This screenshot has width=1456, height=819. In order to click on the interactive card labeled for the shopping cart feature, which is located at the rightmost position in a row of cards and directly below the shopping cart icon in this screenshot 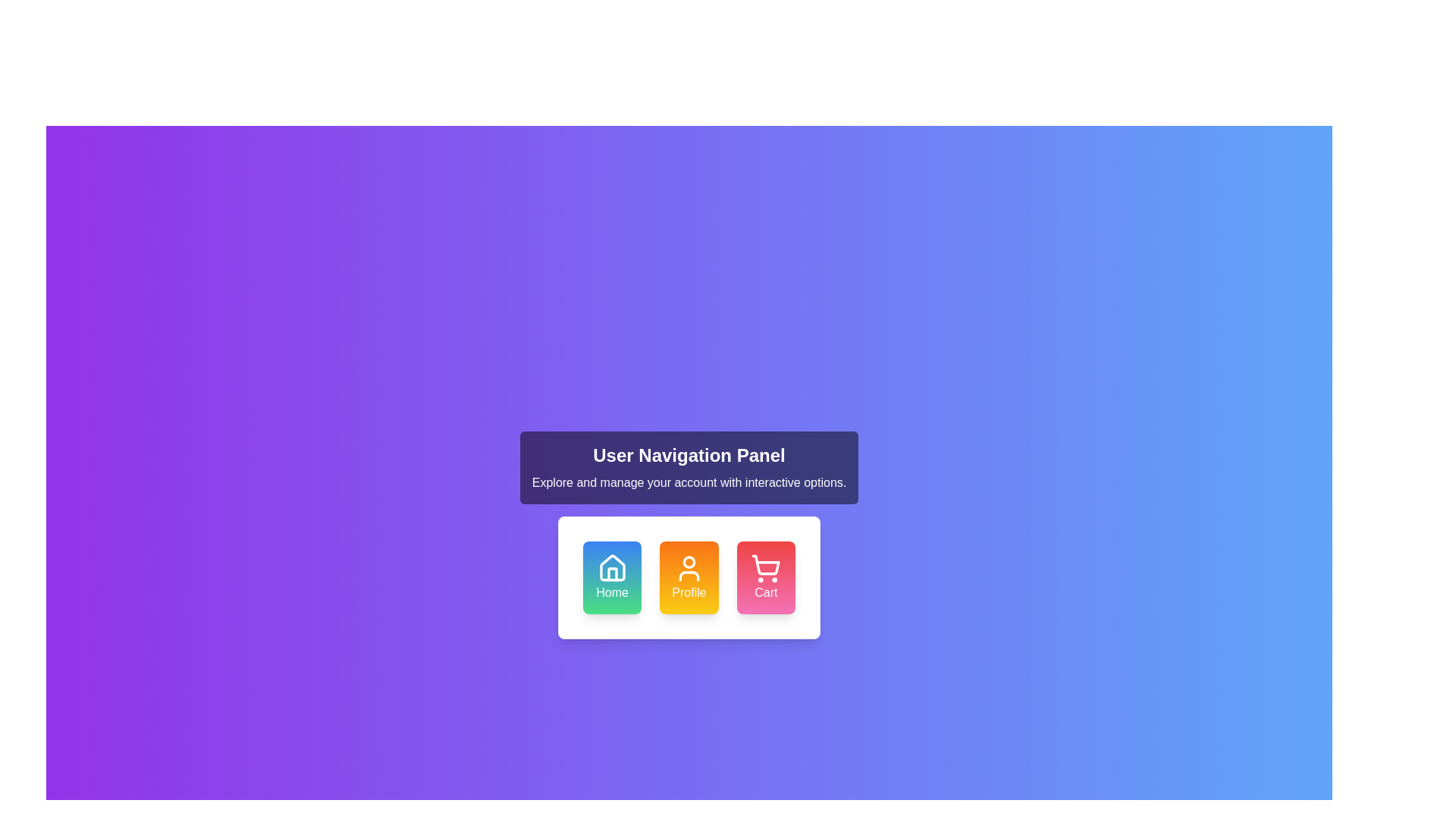, I will do `click(765, 592)`.